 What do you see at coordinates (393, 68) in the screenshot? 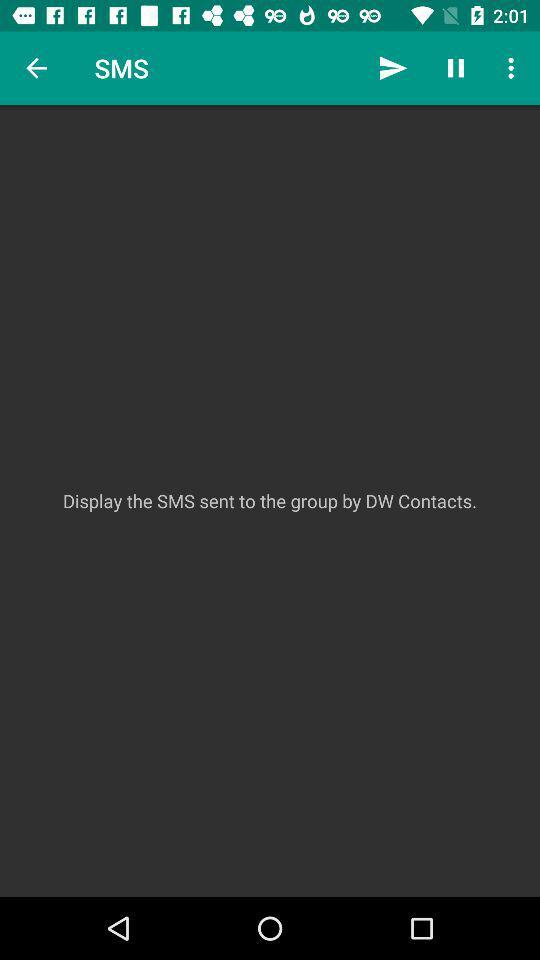
I see `item to the right of the sms` at bounding box center [393, 68].